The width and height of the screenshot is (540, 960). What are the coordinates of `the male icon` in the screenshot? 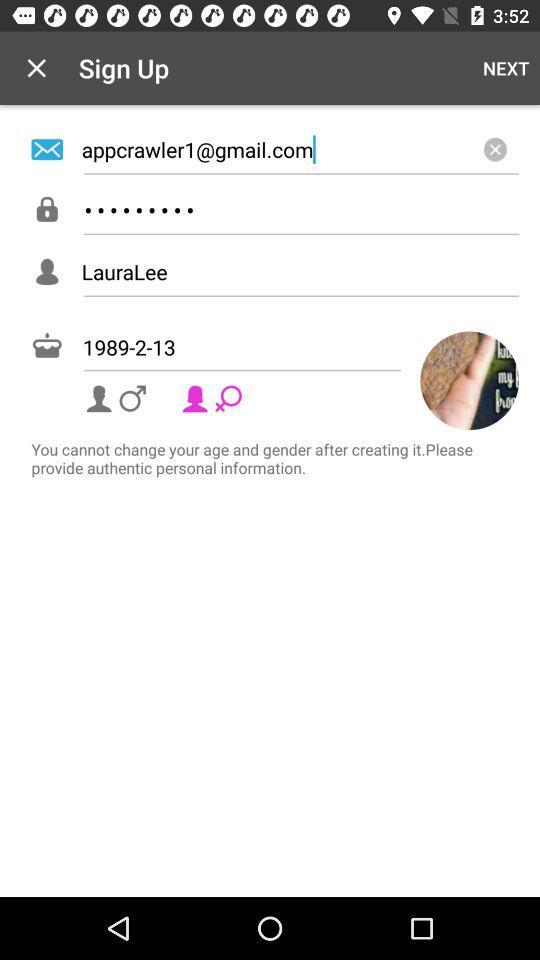 It's located at (117, 397).